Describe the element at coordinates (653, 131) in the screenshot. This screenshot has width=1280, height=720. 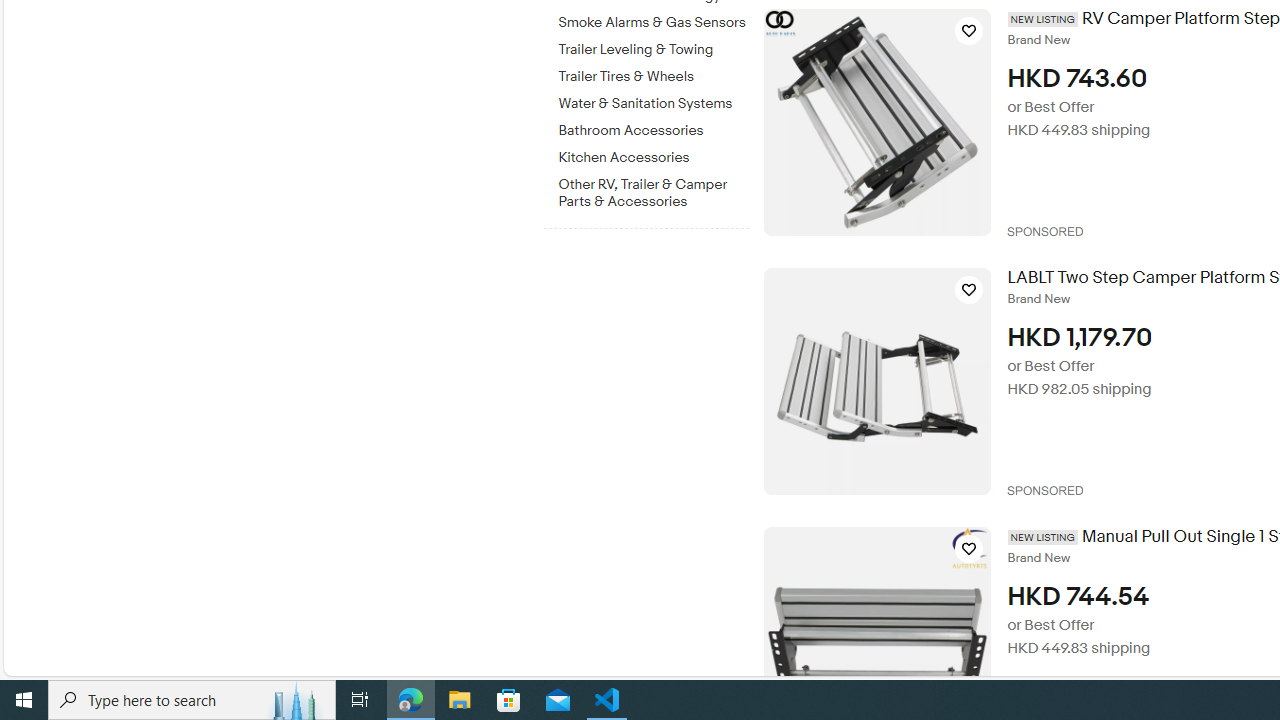
I see `'Bathroom Accessories'` at that location.